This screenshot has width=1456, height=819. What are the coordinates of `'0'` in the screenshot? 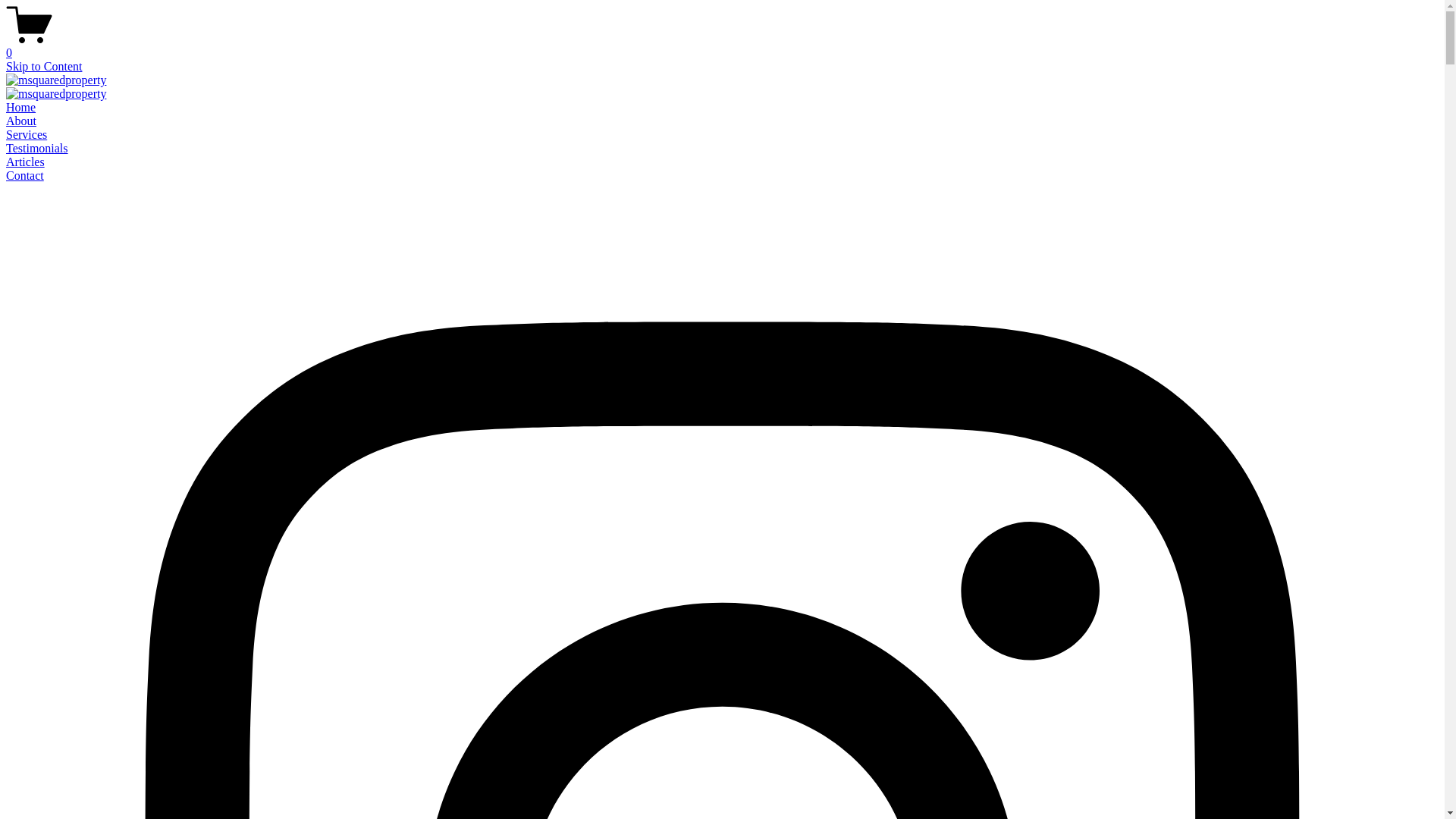 It's located at (721, 45).